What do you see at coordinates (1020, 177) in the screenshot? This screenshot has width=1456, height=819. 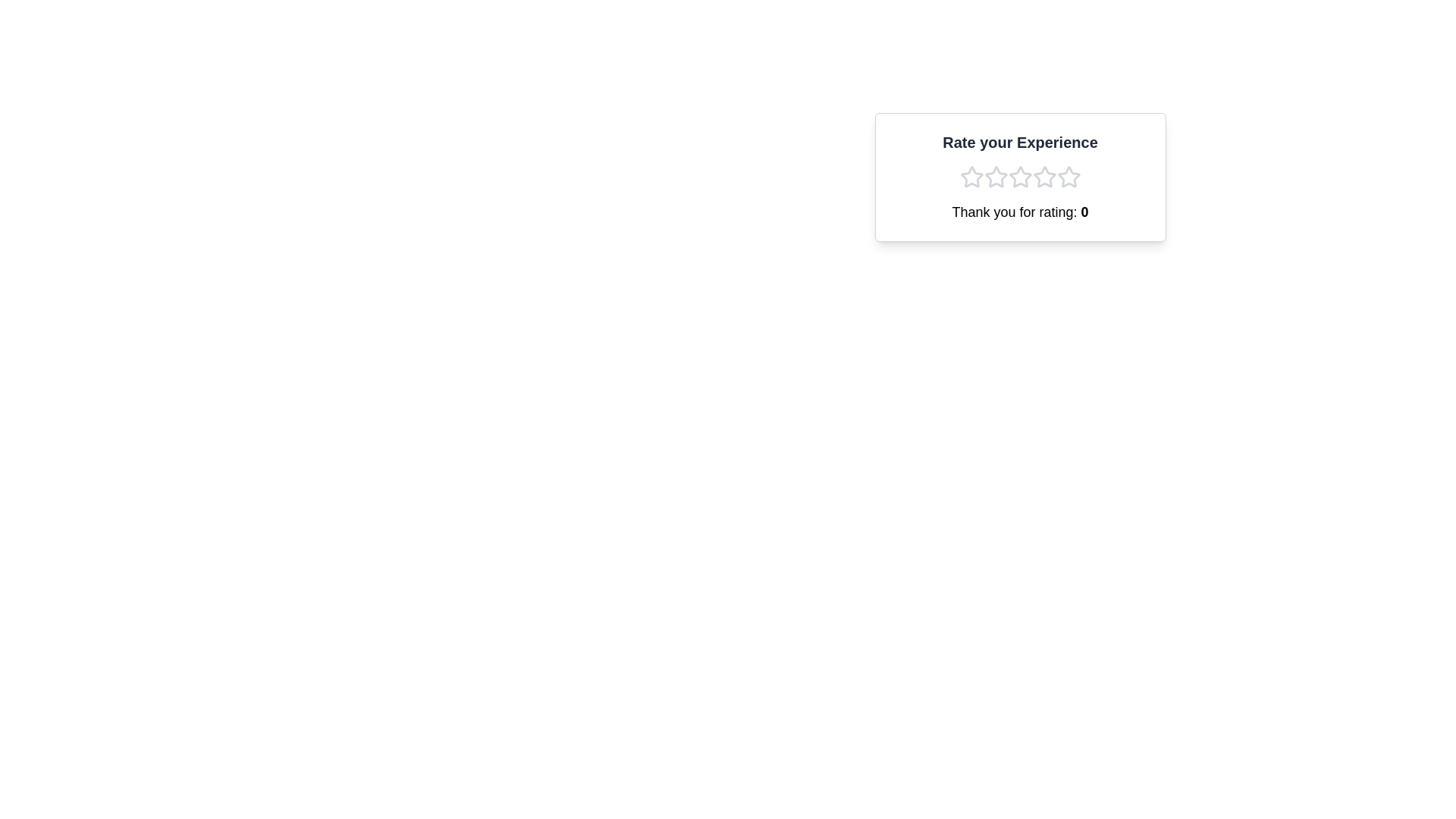 I see `the stars in the interactive rating card` at bounding box center [1020, 177].